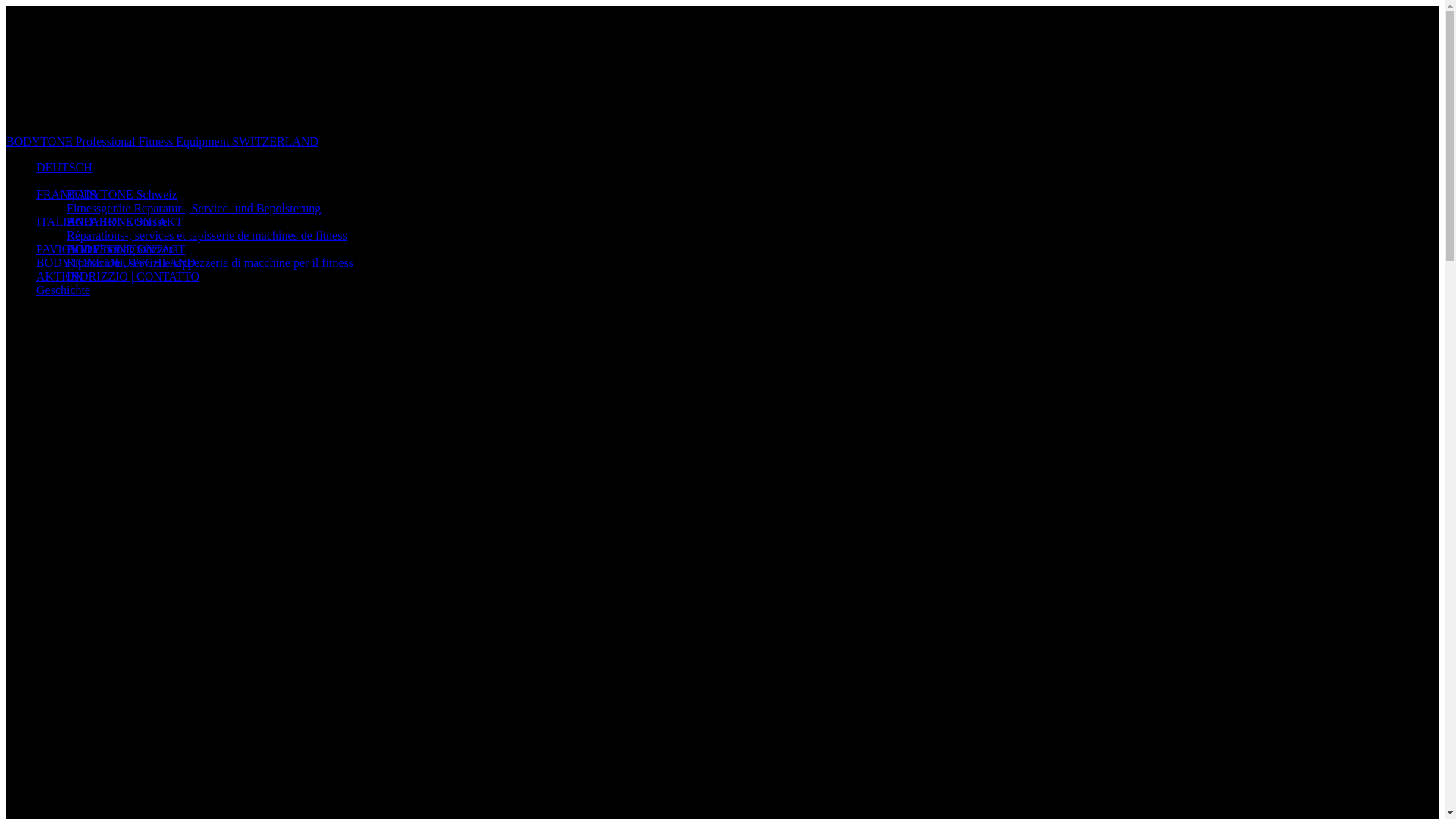 This screenshot has width=1456, height=819. What do you see at coordinates (122, 193) in the screenshot?
I see `'BODYTONE Schweiz'` at bounding box center [122, 193].